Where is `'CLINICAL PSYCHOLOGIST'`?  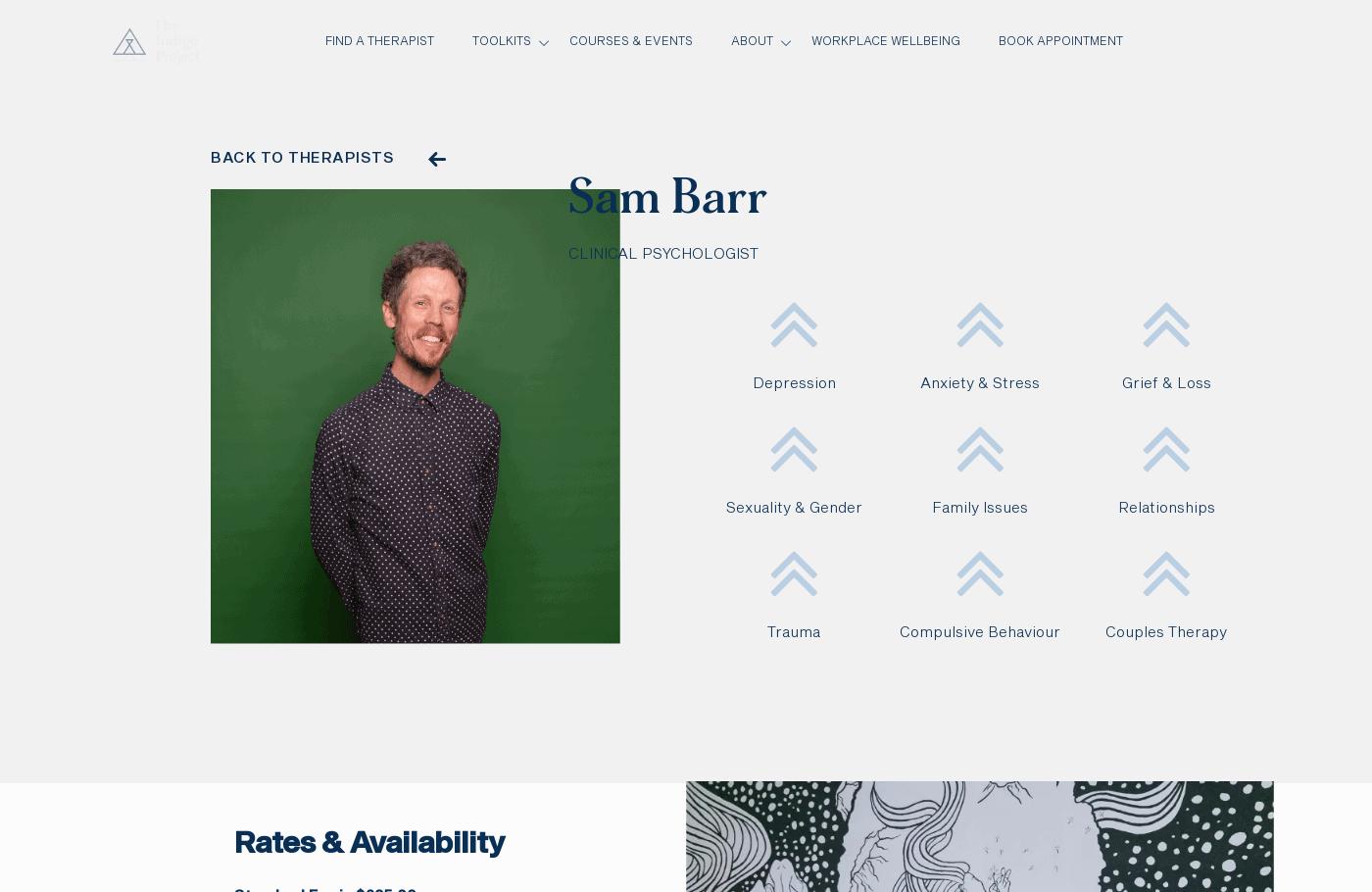
'CLINICAL PSYCHOLOGIST' is located at coordinates (663, 253).